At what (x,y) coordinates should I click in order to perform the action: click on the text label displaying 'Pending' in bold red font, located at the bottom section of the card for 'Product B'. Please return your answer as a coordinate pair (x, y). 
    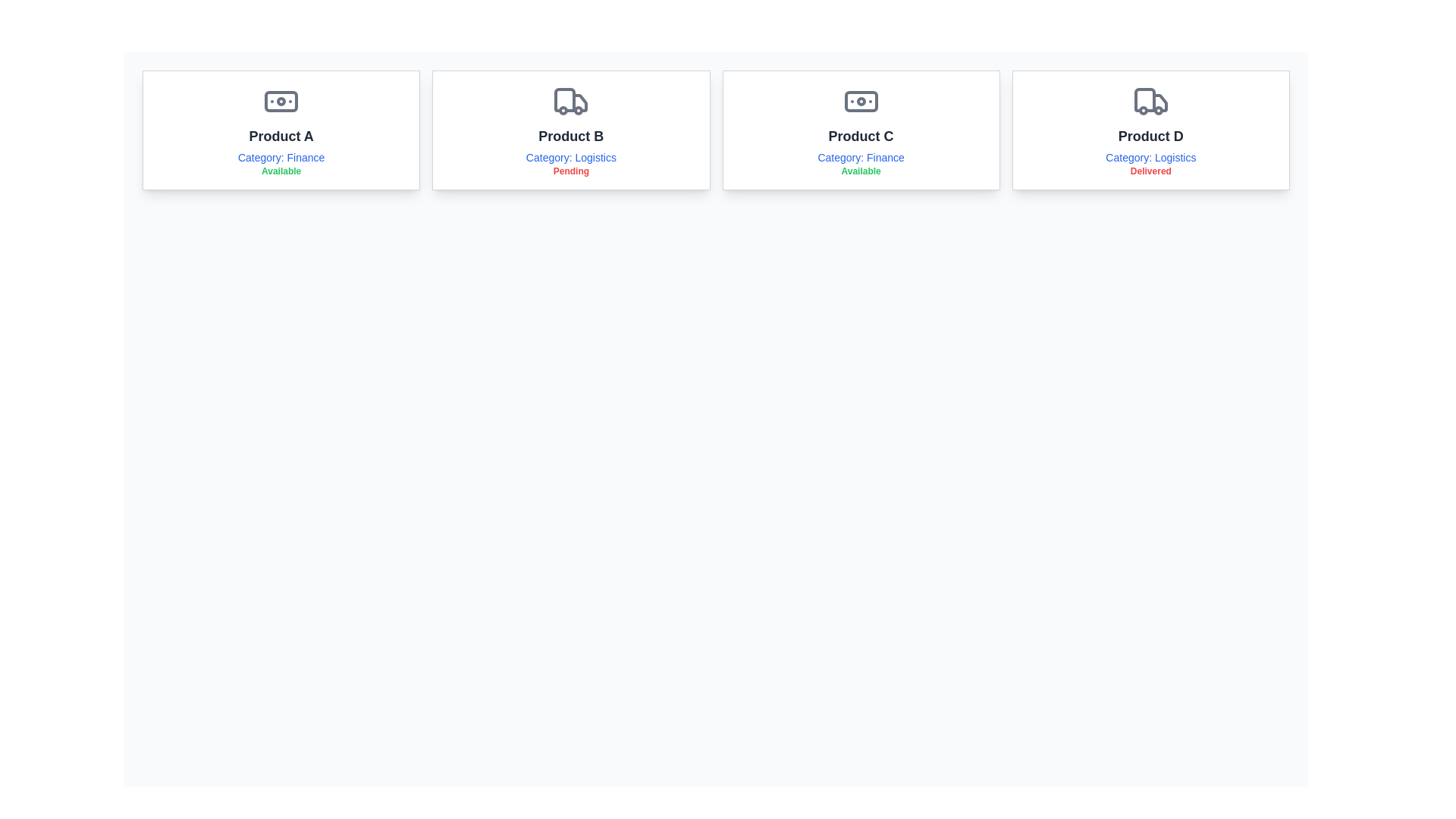
    Looking at the image, I should click on (570, 171).